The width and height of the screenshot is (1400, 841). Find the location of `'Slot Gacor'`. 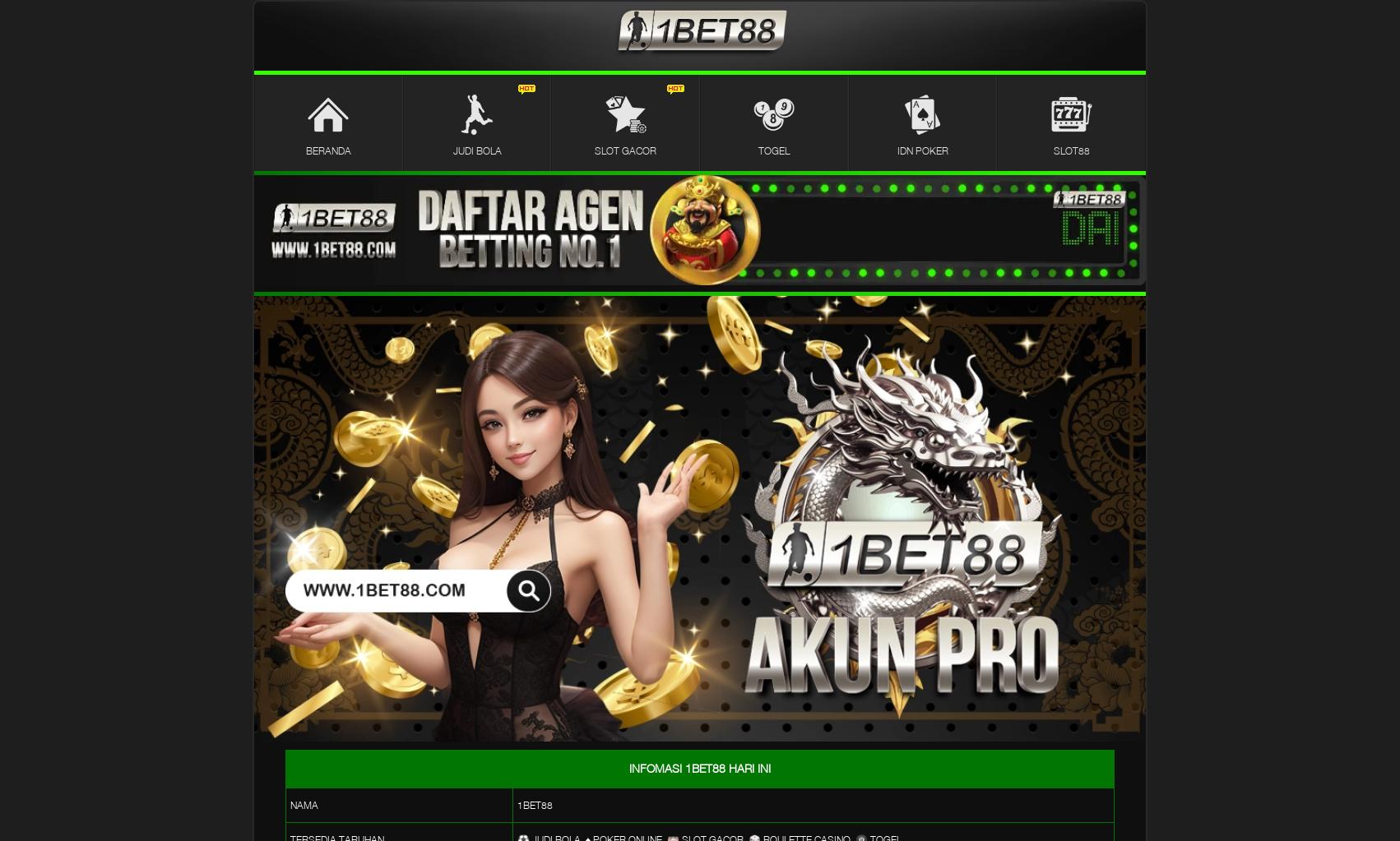

'Slot Gacor' is located at coordinates (624, 150).